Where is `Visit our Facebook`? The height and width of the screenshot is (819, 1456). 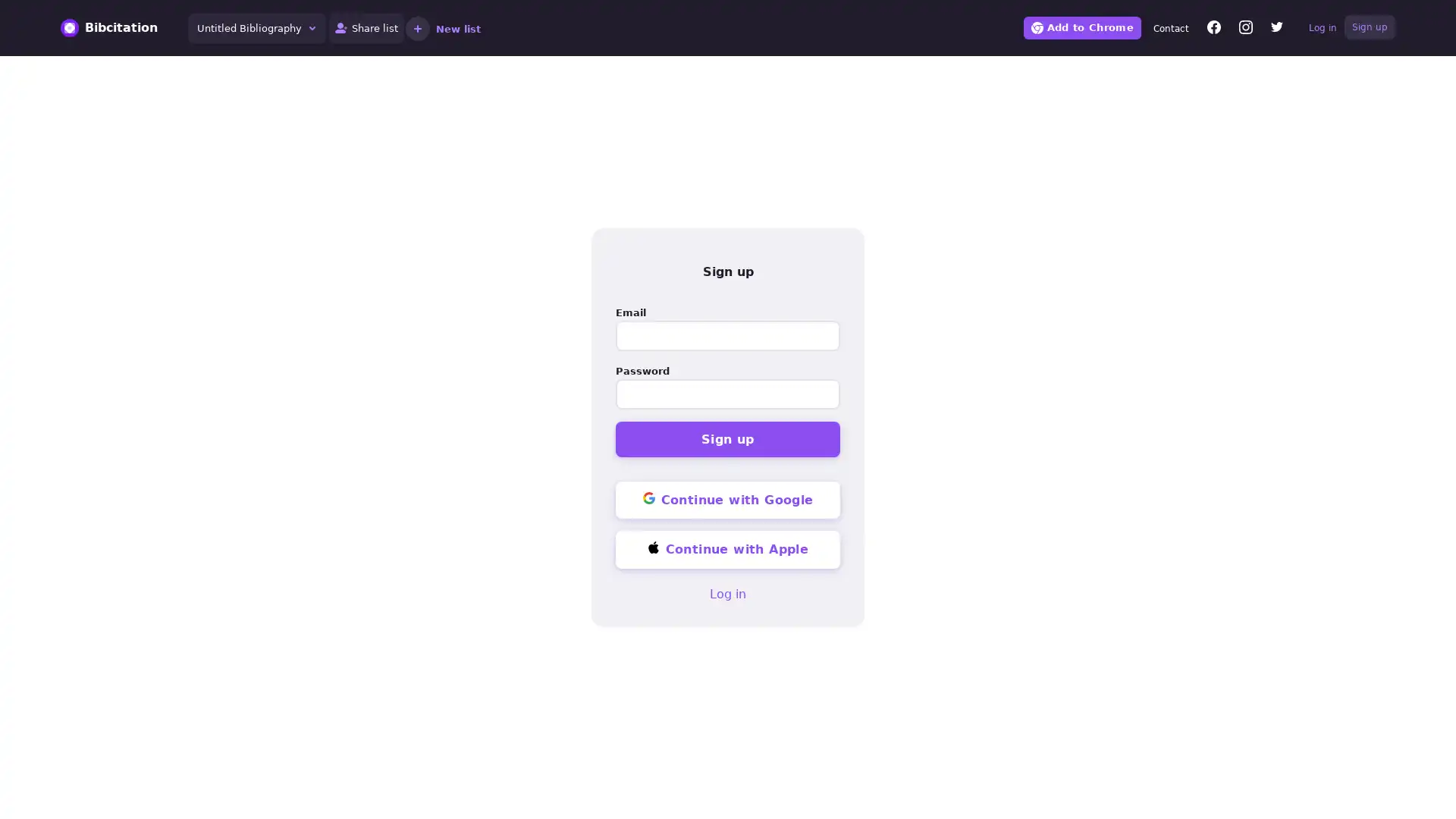 Visit our Facebook is located at coordinates (1214, 29).